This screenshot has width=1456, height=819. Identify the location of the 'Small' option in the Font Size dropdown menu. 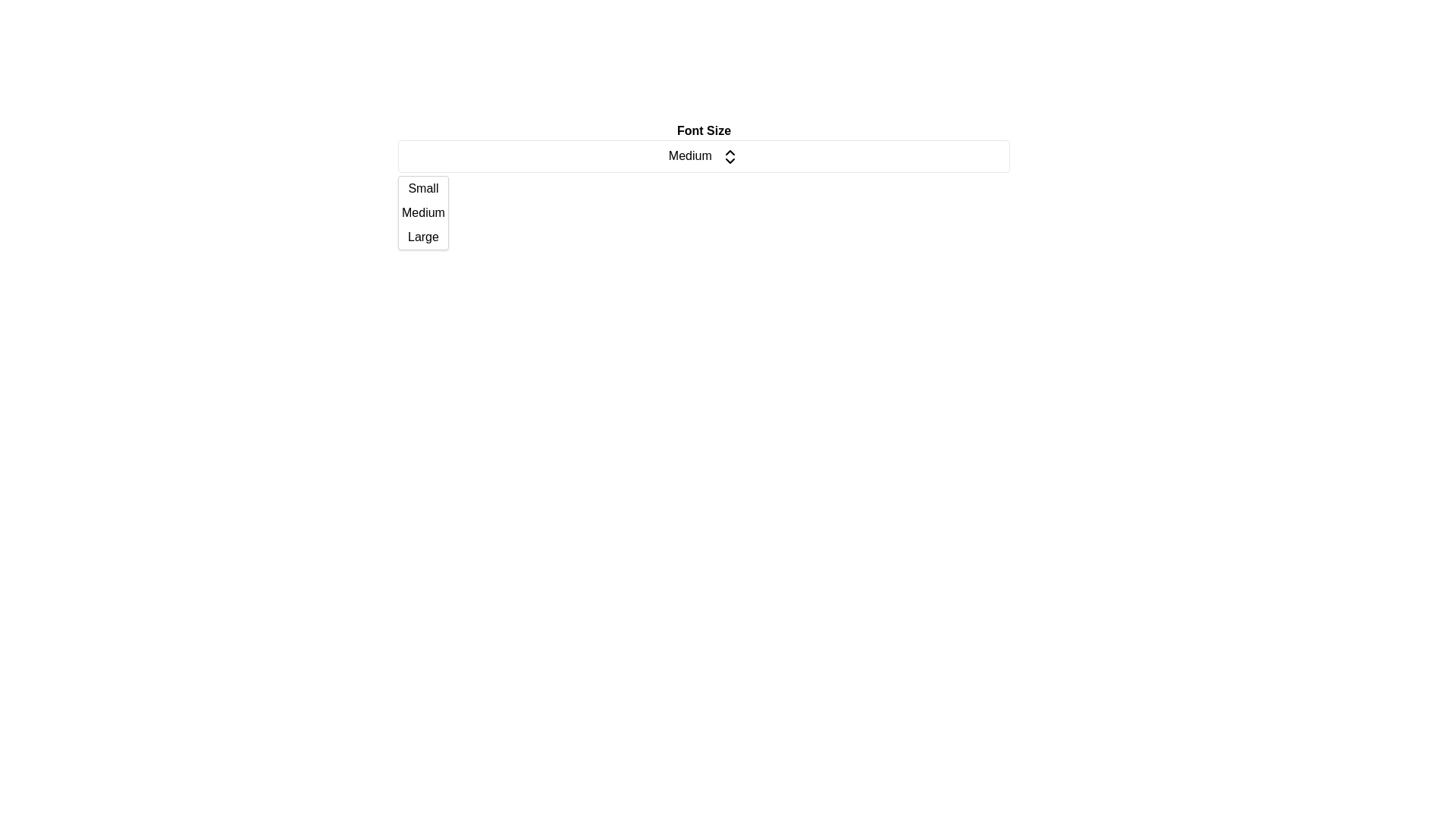
(423, 187).